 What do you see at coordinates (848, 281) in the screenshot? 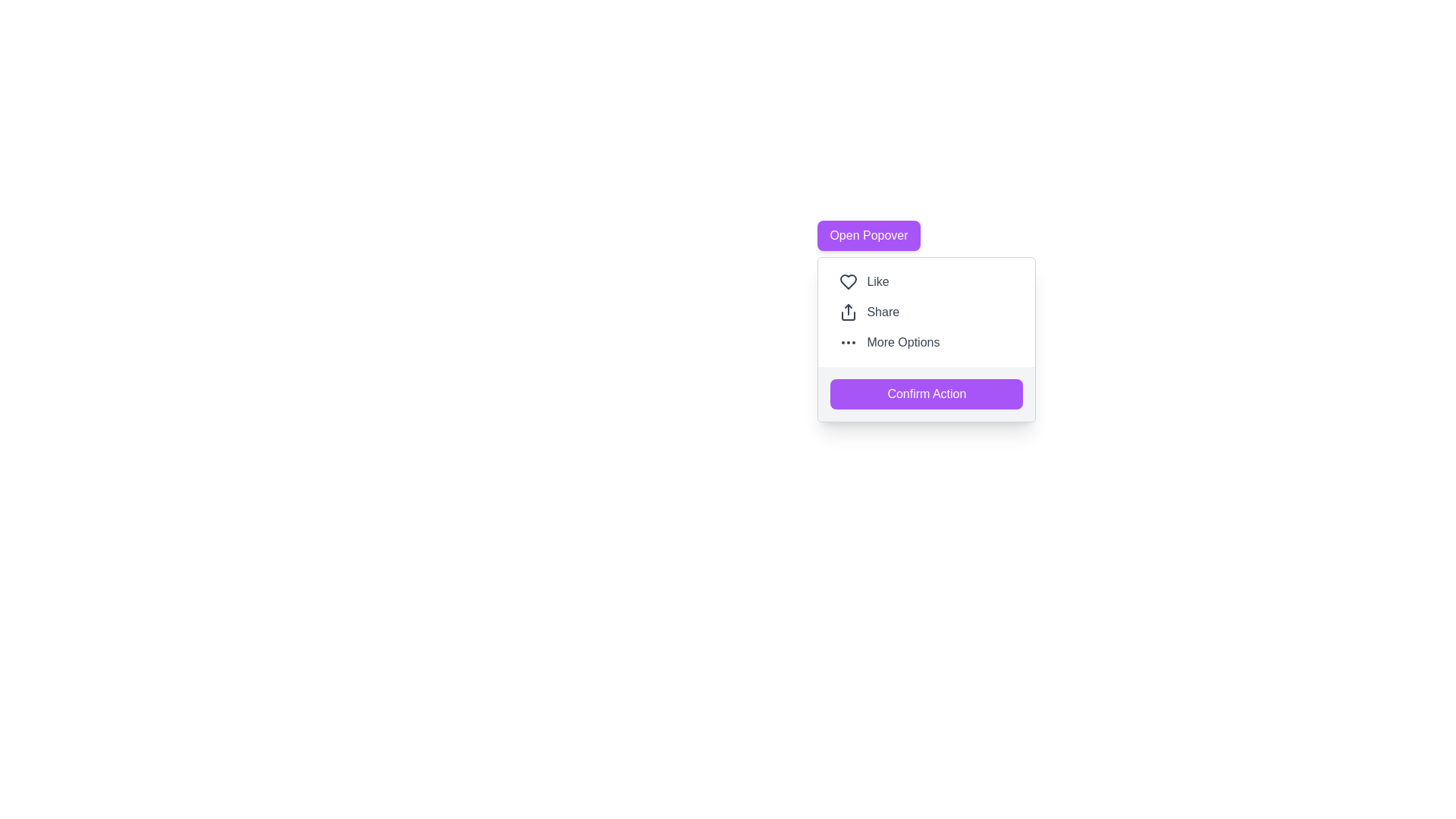
I see `the 'Like' icon located at the top of the options list in the popover component, which is visually associated with the label 'Like'` at bounding box center [848, 281].